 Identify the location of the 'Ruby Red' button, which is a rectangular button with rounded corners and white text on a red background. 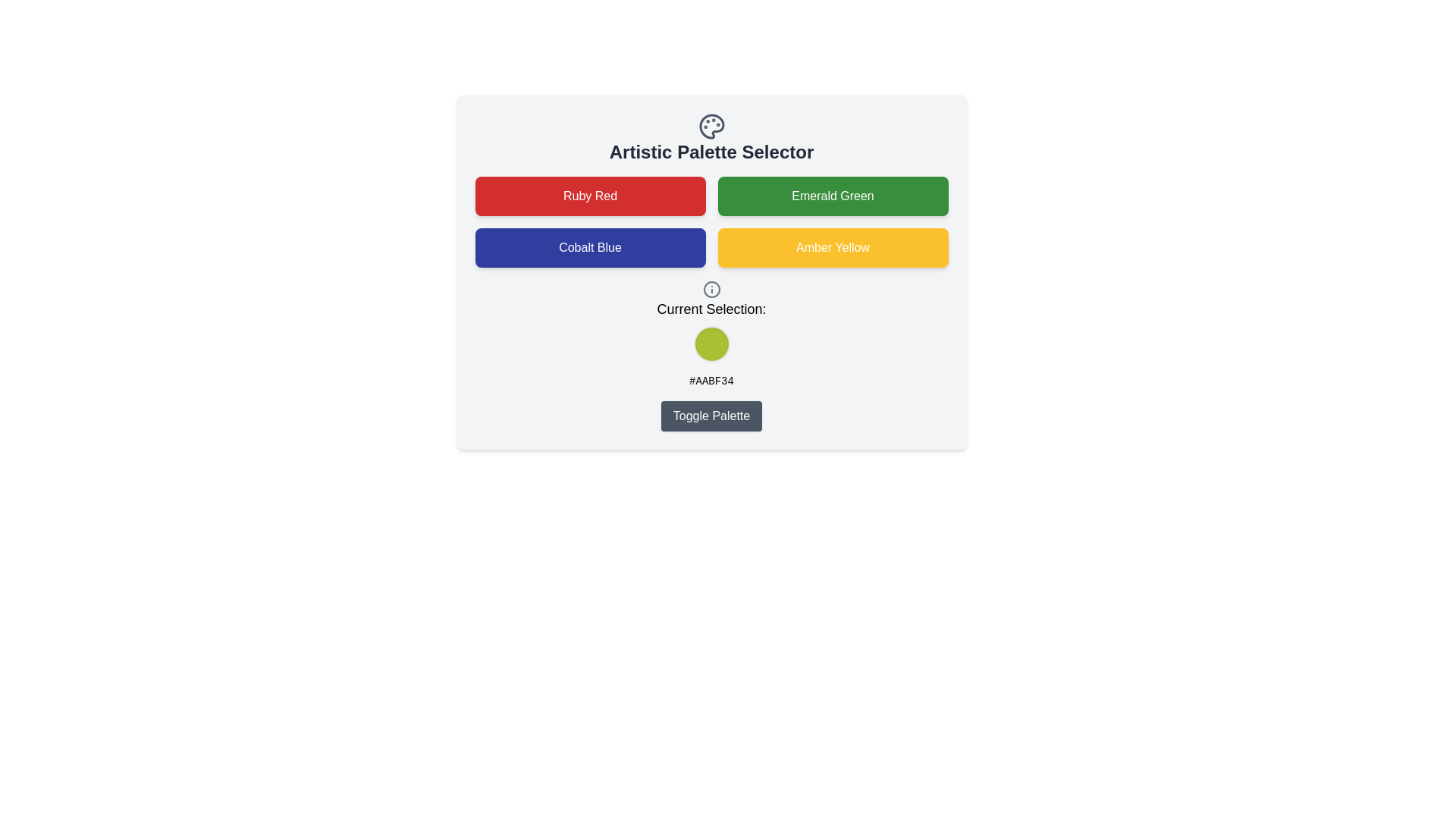
(589, 195).